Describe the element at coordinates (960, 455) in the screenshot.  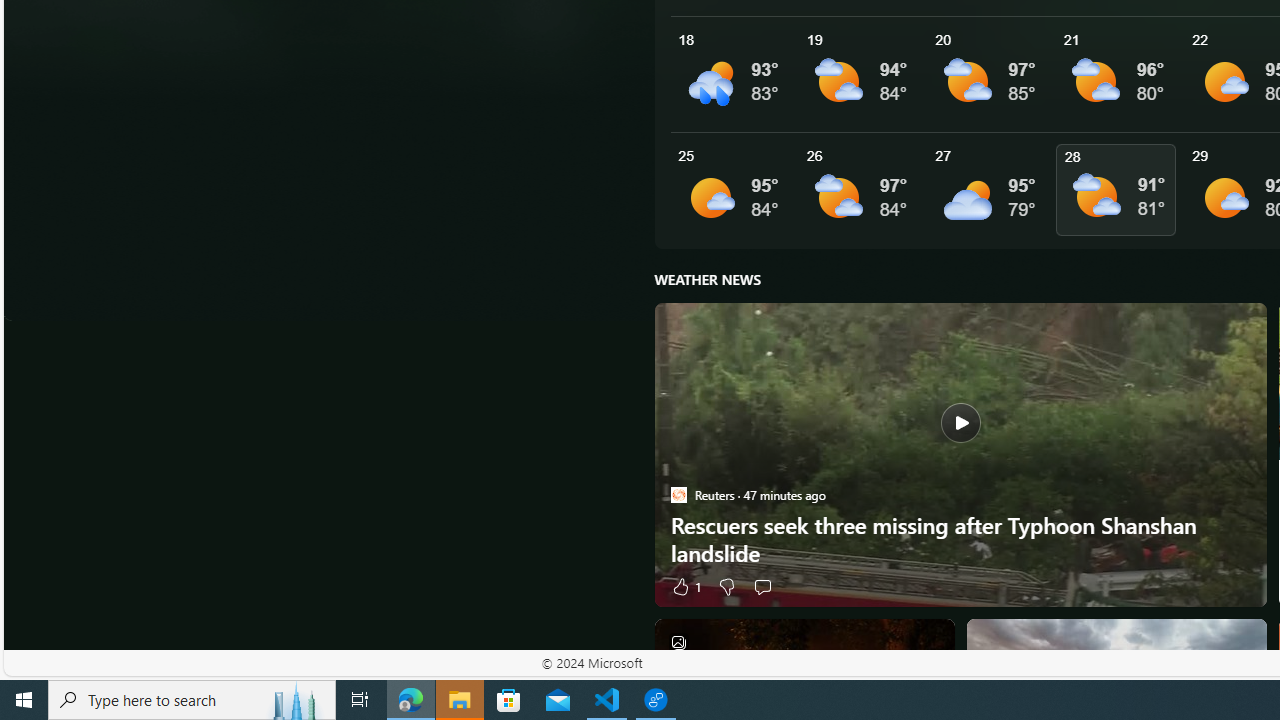
I see `'Rescuers seek three missing after Typhoon Shanshan landslide'` at that location.